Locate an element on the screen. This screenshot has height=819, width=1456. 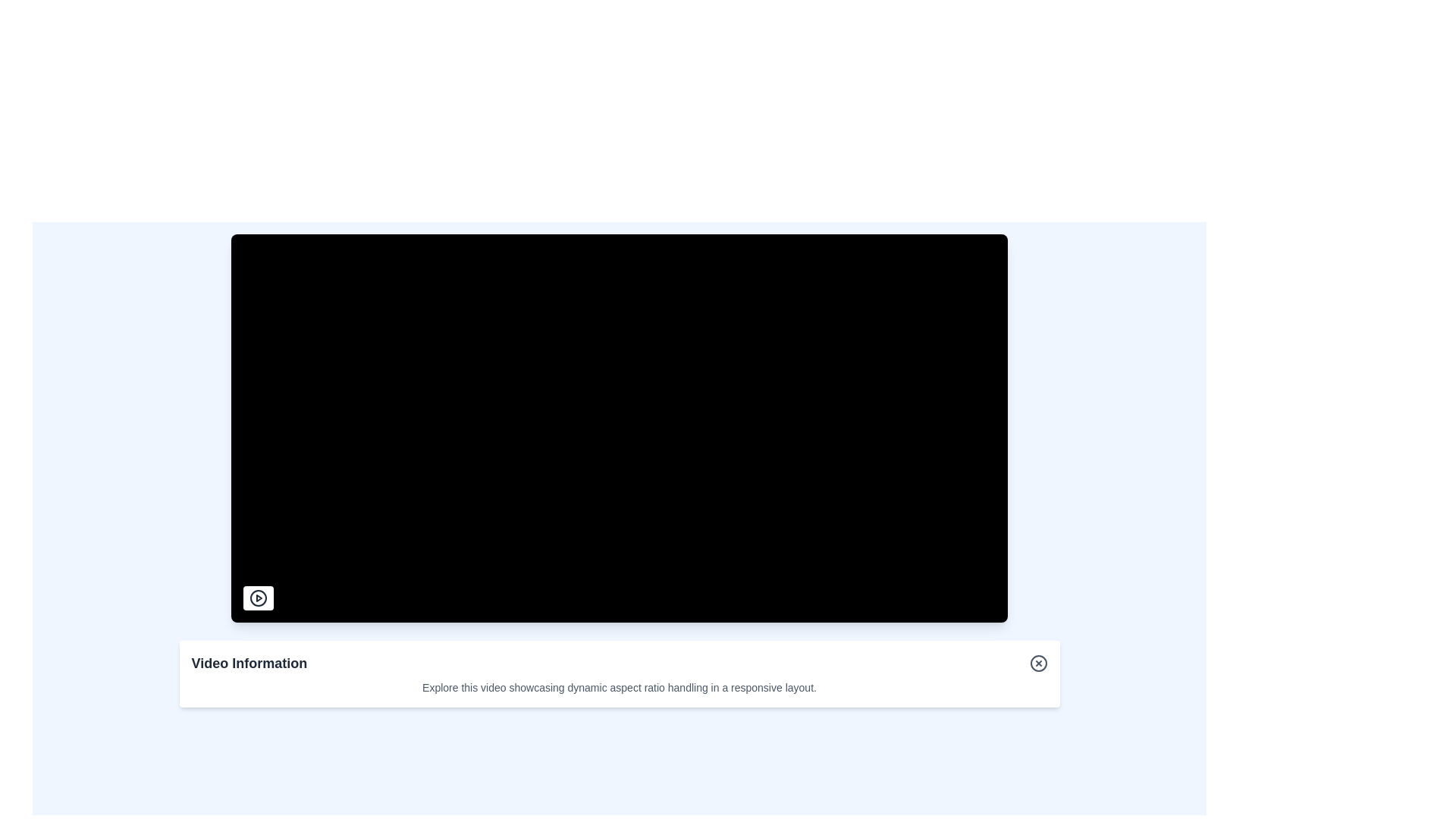
the text label displaying 'Explore this video showcasing dynamic aspect ratio handling in a responsive layout.' which is styled with a smaller font size and gray color, located below the title 'Video Information' is located at coordinates (619, 687).